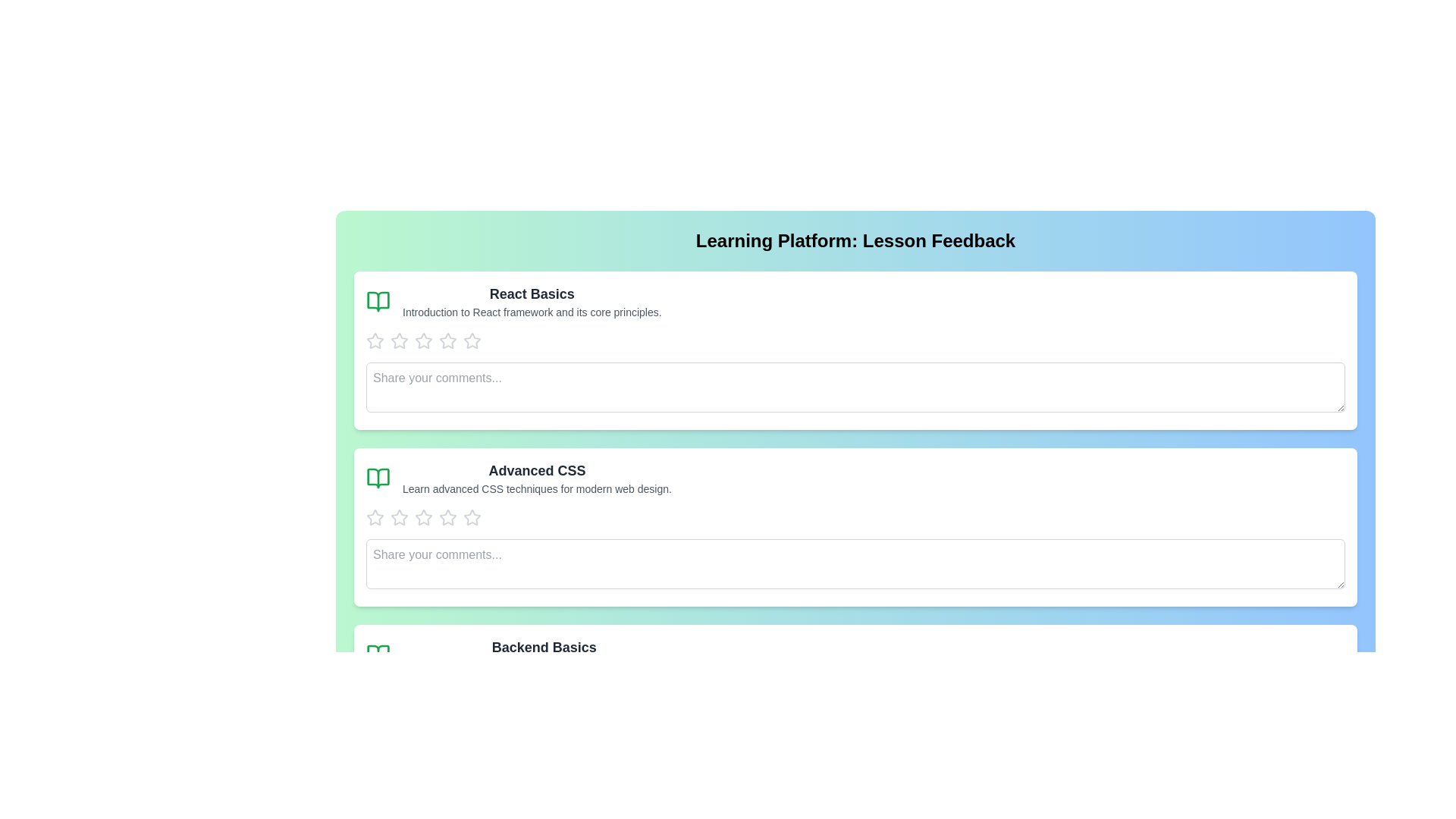 The height and width of the screenshot is (819, 1456). I want to click on the static text that reads 'Introduction to React framework and its core principles.', which is styled in a smaller font size and lighter gray color, located below the title 'React Basics' and to the right of a book icon, so click(532, 312).